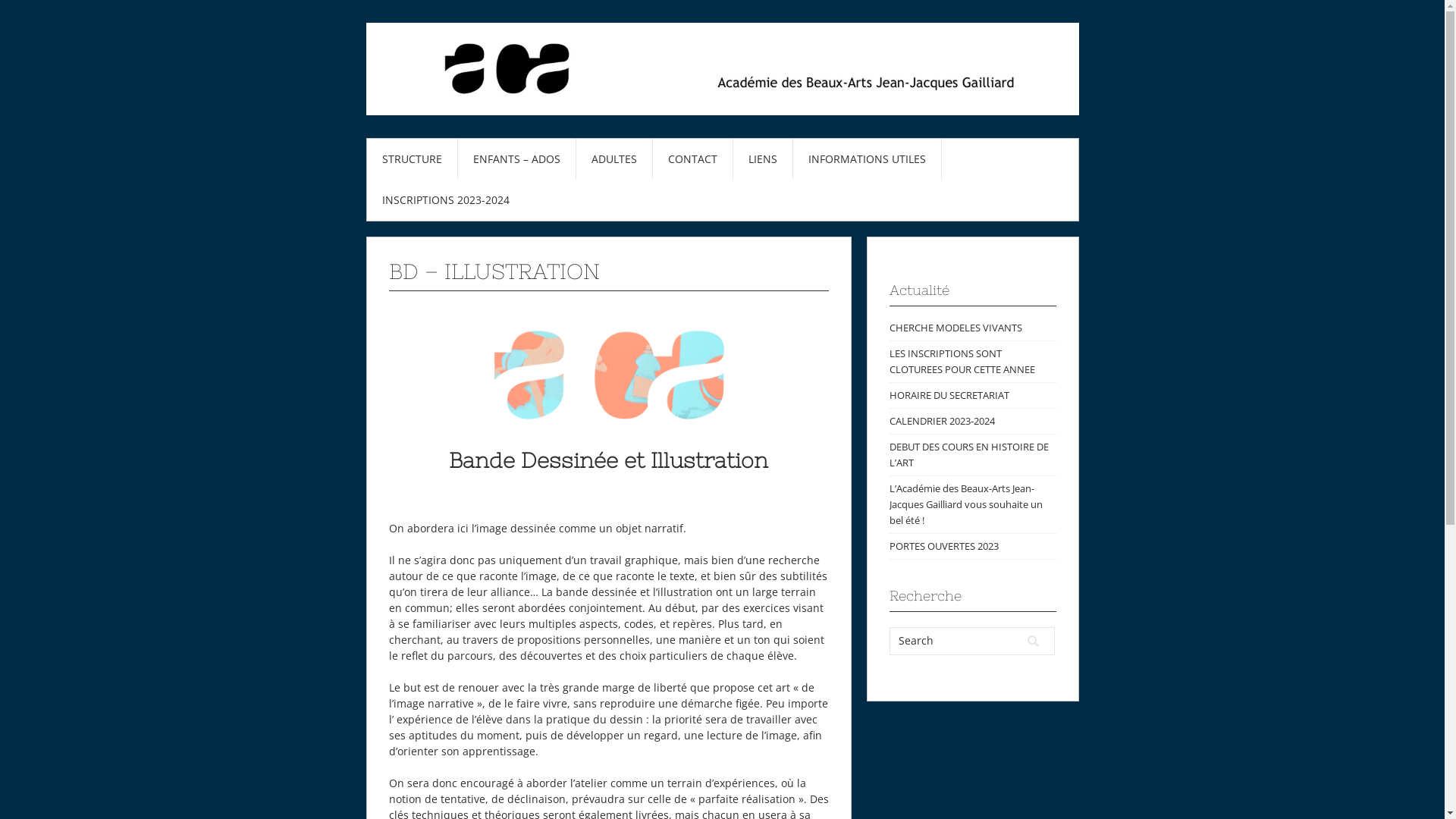 This screenshot has height=819, width=1456. I want to click on 'CONTACT', so click(691, 158).